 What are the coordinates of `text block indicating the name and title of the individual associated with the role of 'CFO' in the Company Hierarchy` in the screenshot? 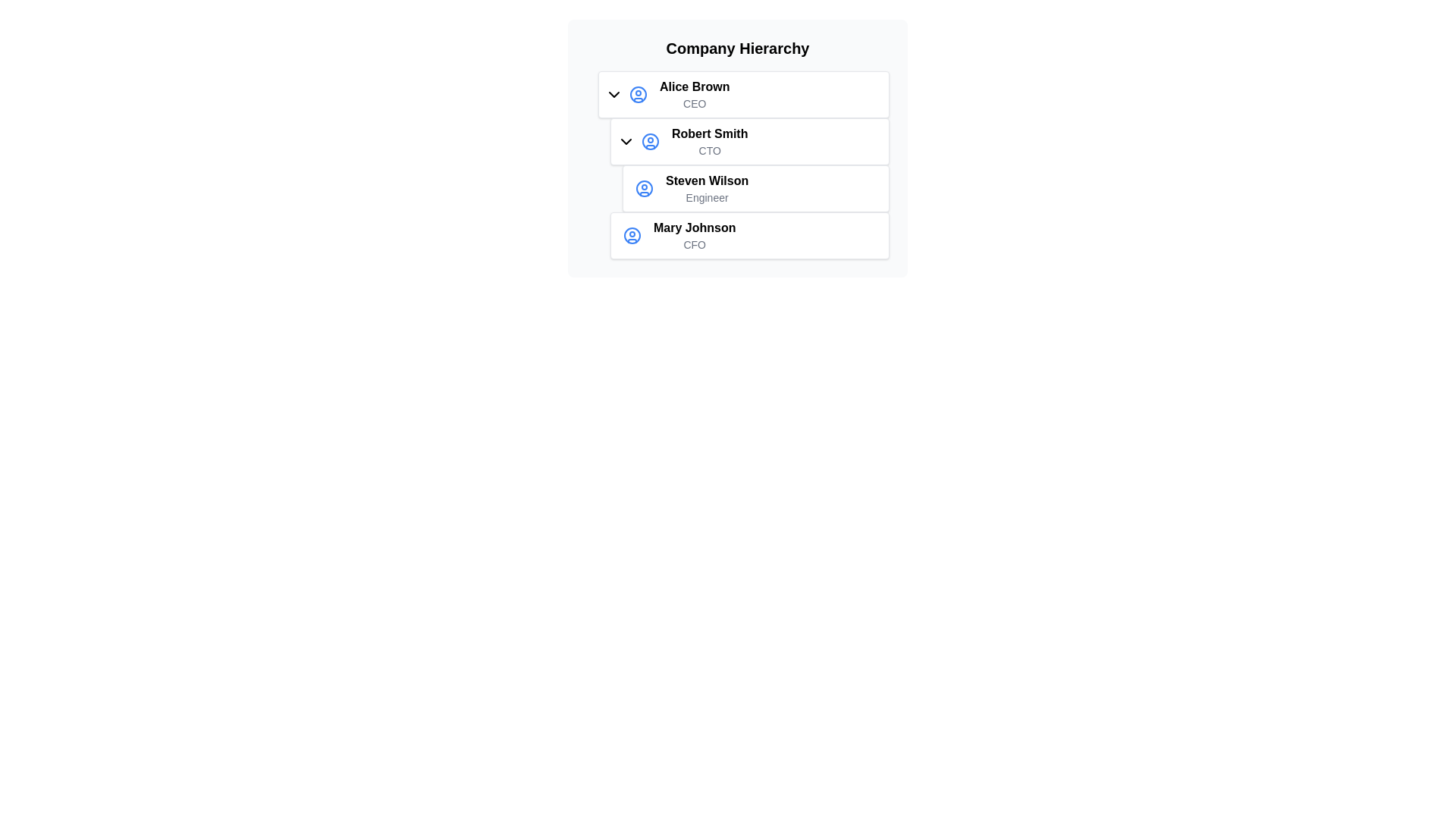 It's located at (694, 236).